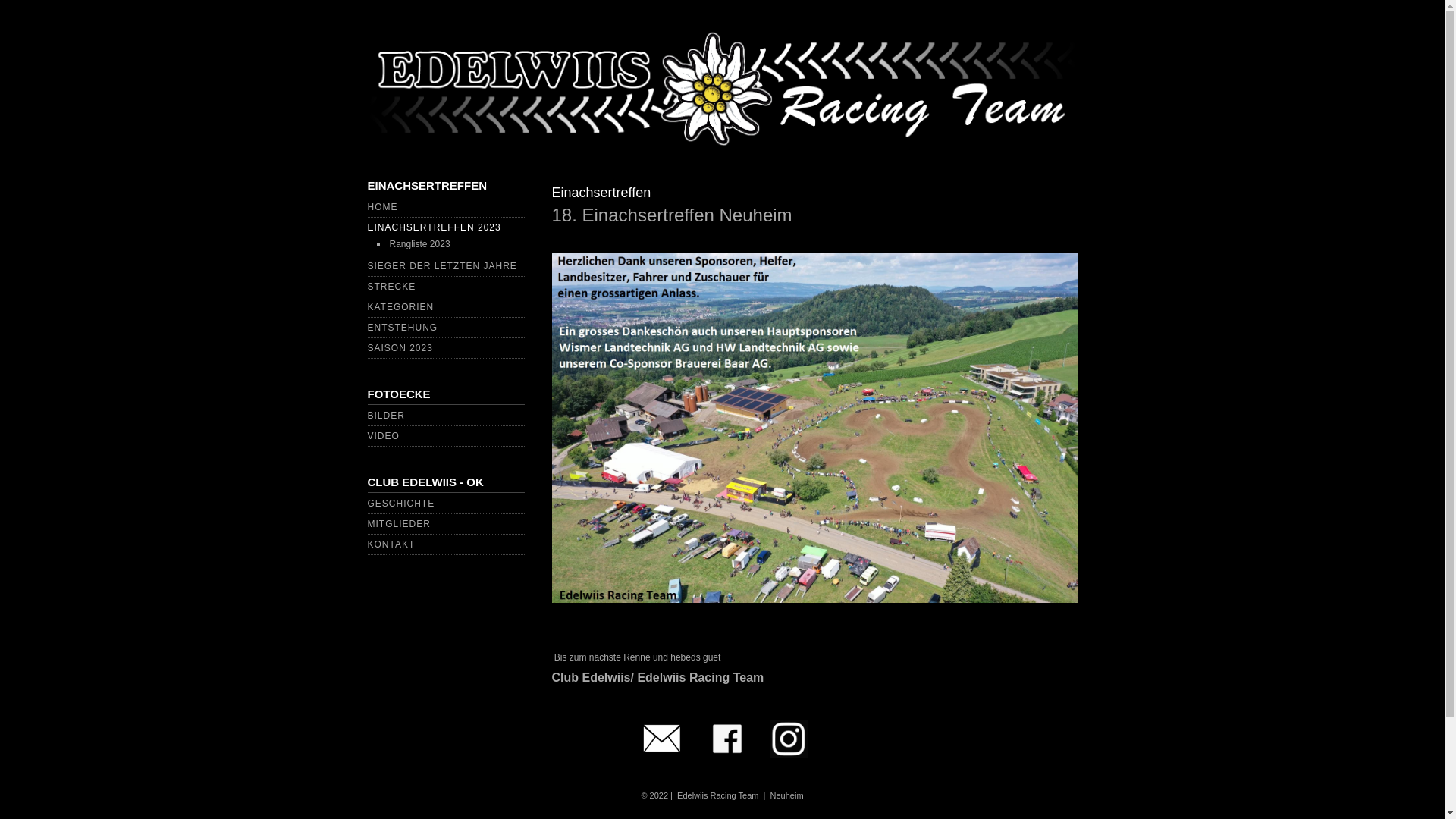 The width and height of the screenshot is (1456, 819). What do you see at coordinates (367, 348) in the screenshot?
I see `'SAISON 2023'` at bounding box center [367, 348].